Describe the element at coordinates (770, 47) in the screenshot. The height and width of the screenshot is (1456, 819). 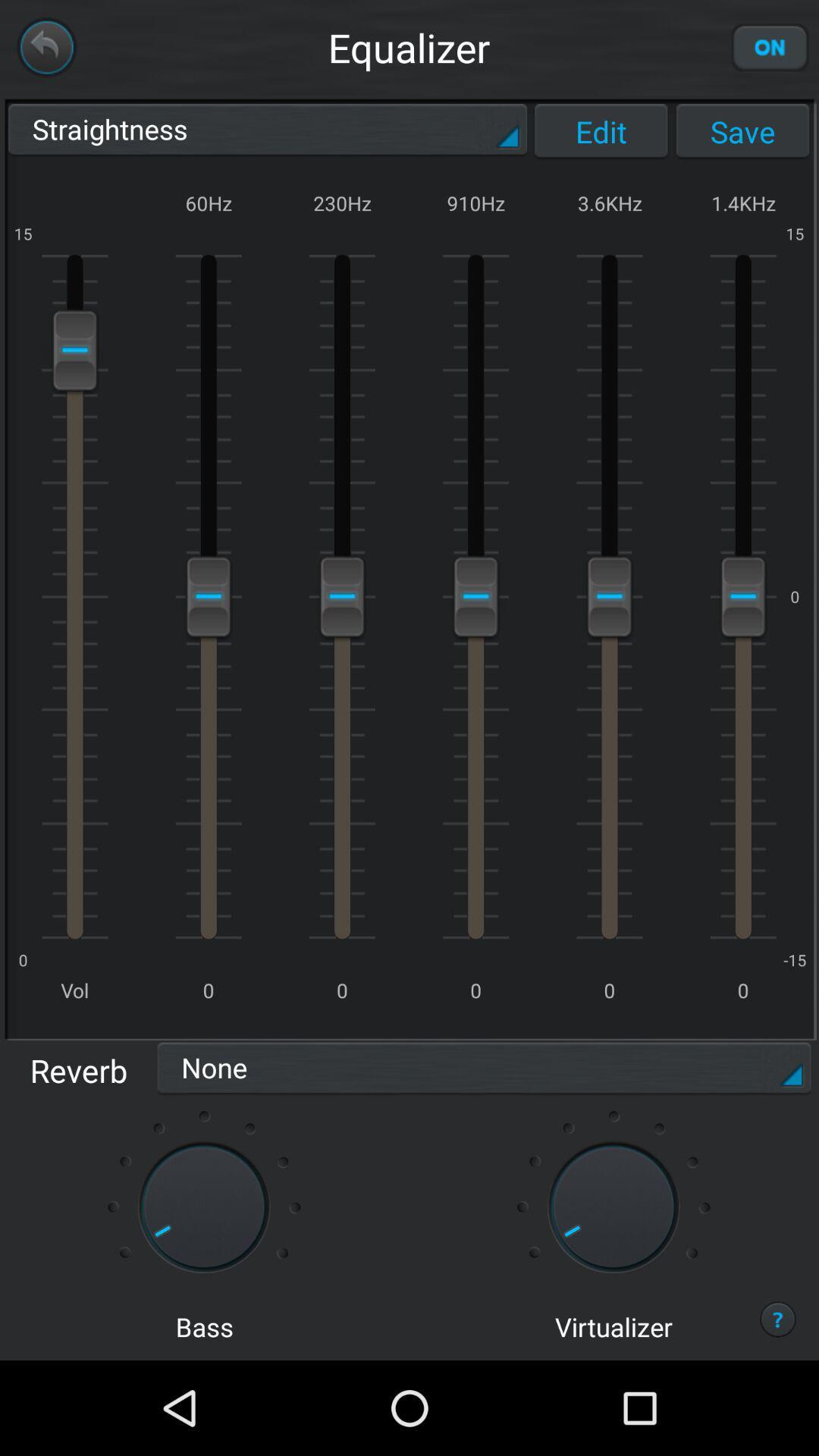
I see `on text button to the right of equalizer text` at that location.